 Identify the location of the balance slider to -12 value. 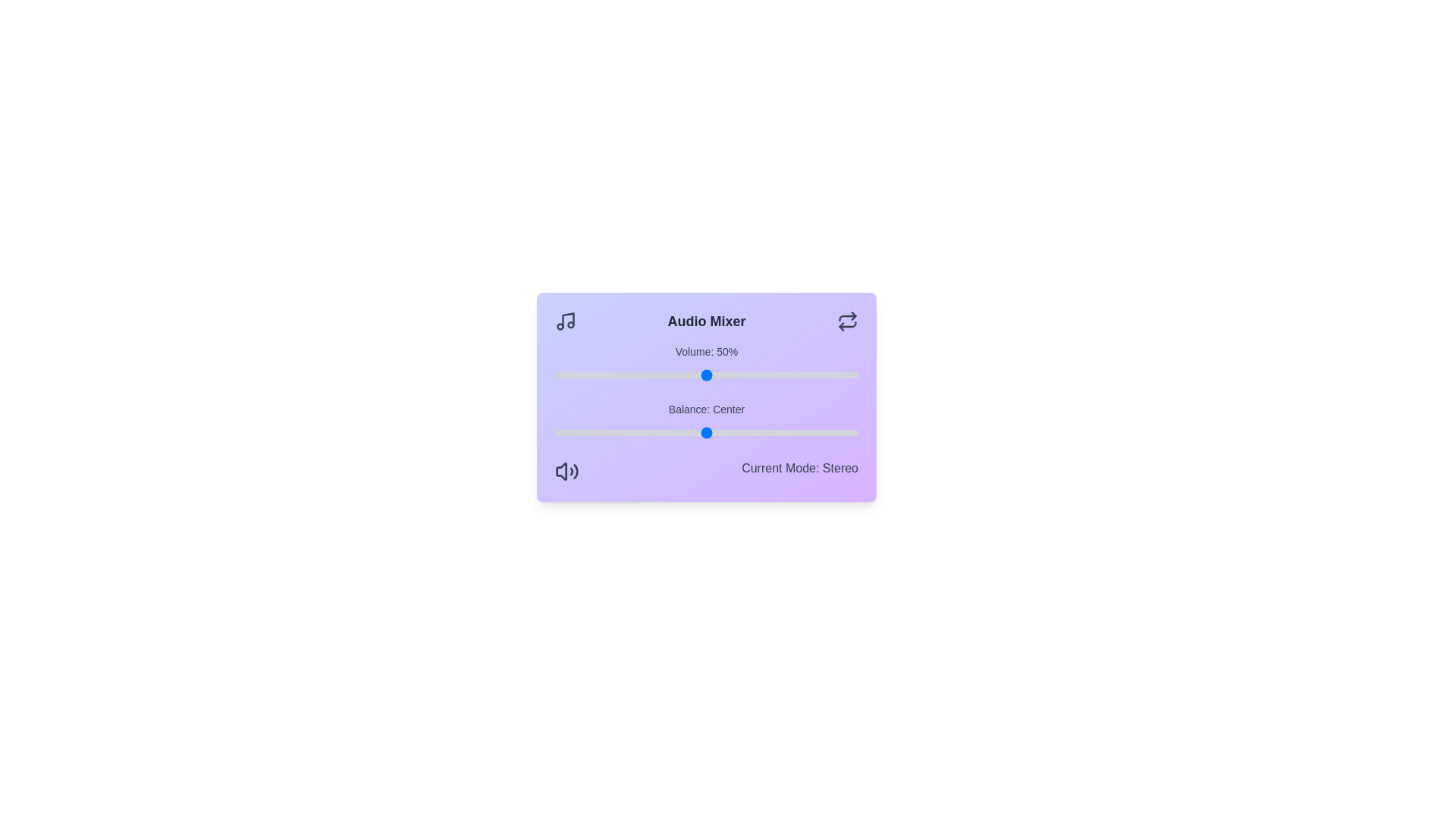
(669, 432).